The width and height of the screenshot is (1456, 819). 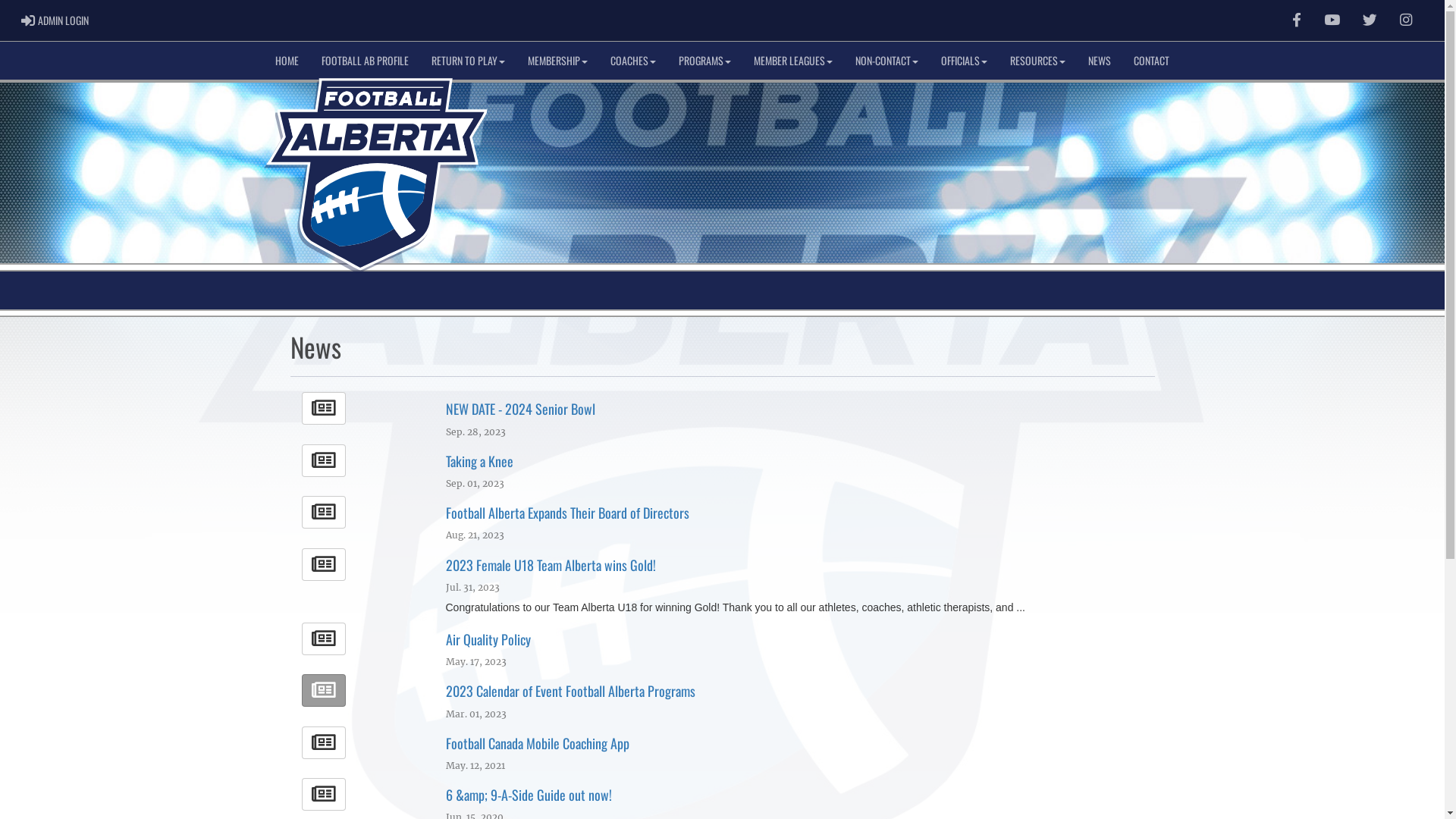 What do you see at coordinates (1404, 20) in the screenshot?
I see `'Instagram'` at bounding box center [1404, 20].